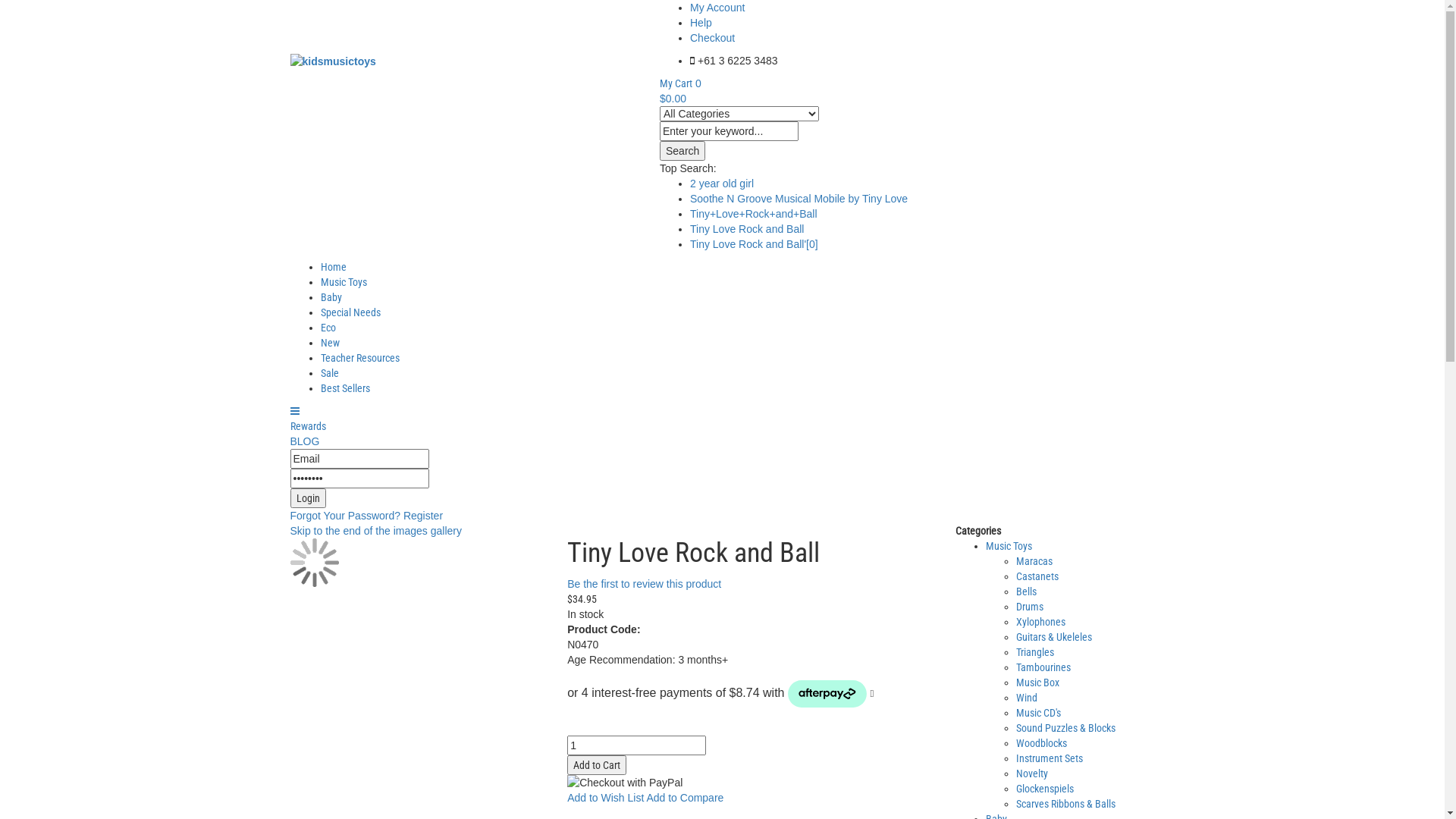 The height and width of the screenshot is (819, 1456). I want to click on 'BLOG', so click(303, 441).